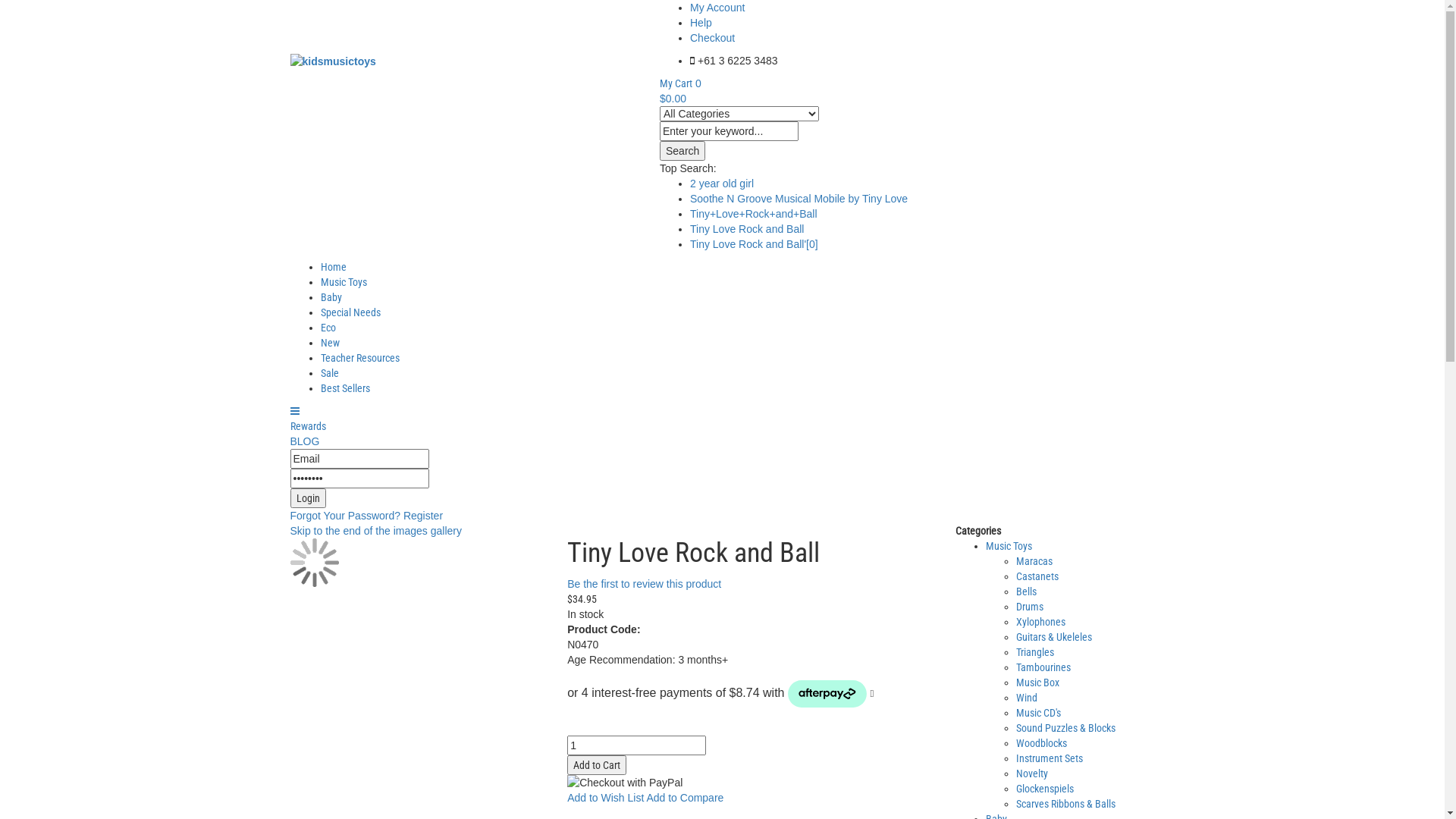 The height and width of the screenshot is (819, 1456). I want to click on 'BLOG', so click(303, 441).